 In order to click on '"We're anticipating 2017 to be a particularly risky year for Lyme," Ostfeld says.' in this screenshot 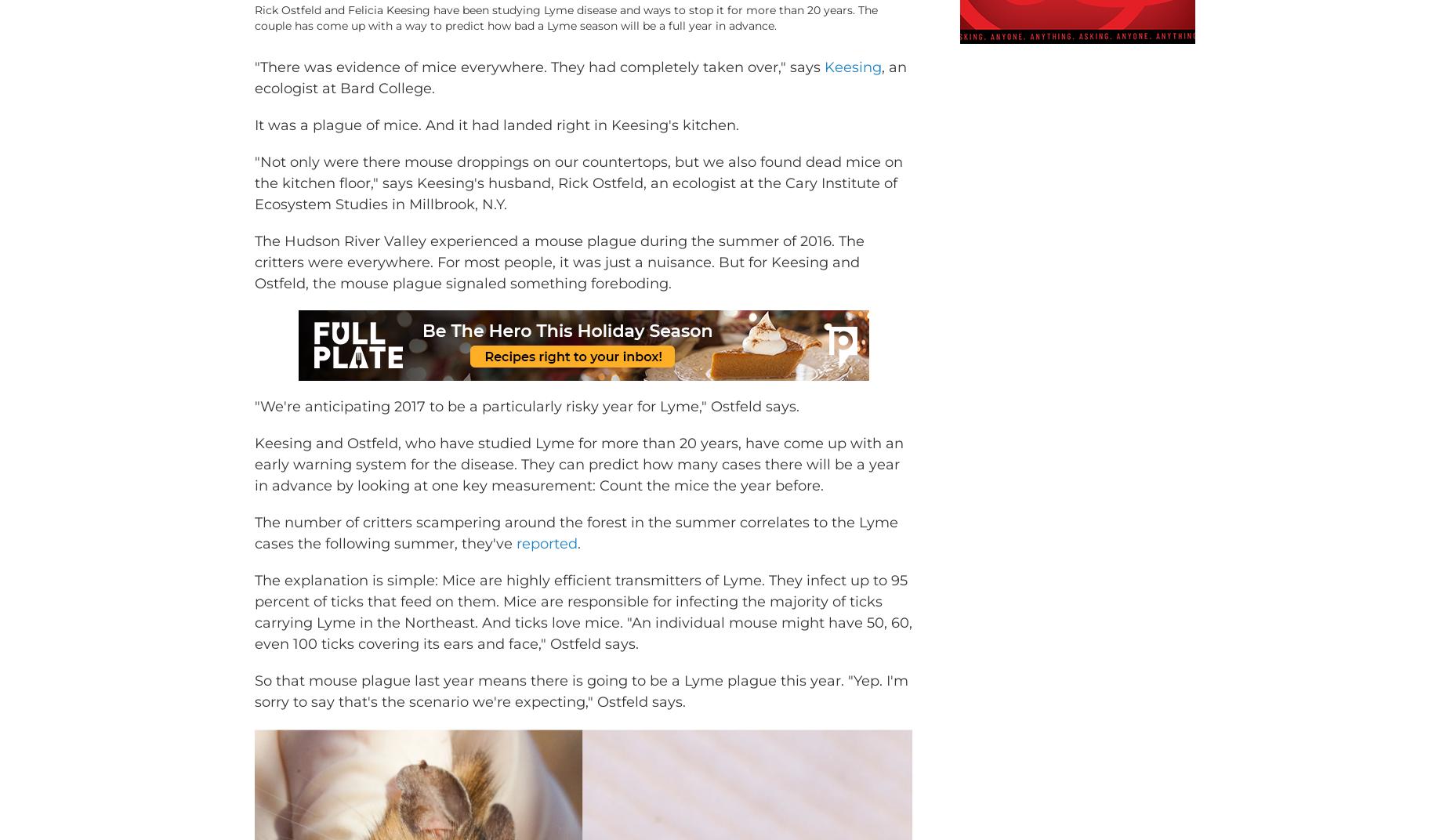, I will do `click(527, 429)`.